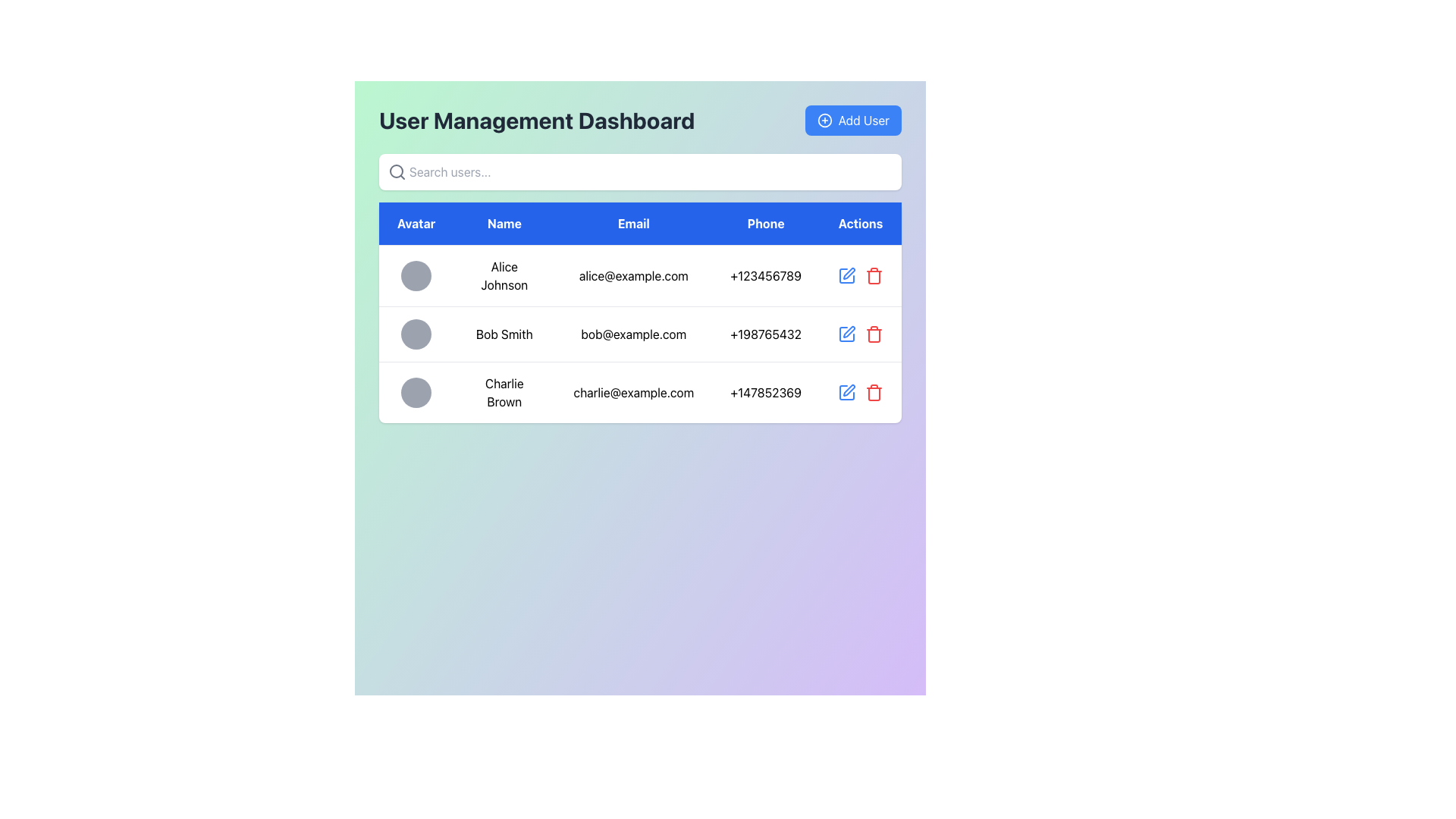 Image resolution: width=1456 pixels, height=819 pixels. What do you see at coordinates (504, 333) in the screenshot?
I see `the Text Label displaying the name 'Bob Smith'` at bounding box center [504, 333].